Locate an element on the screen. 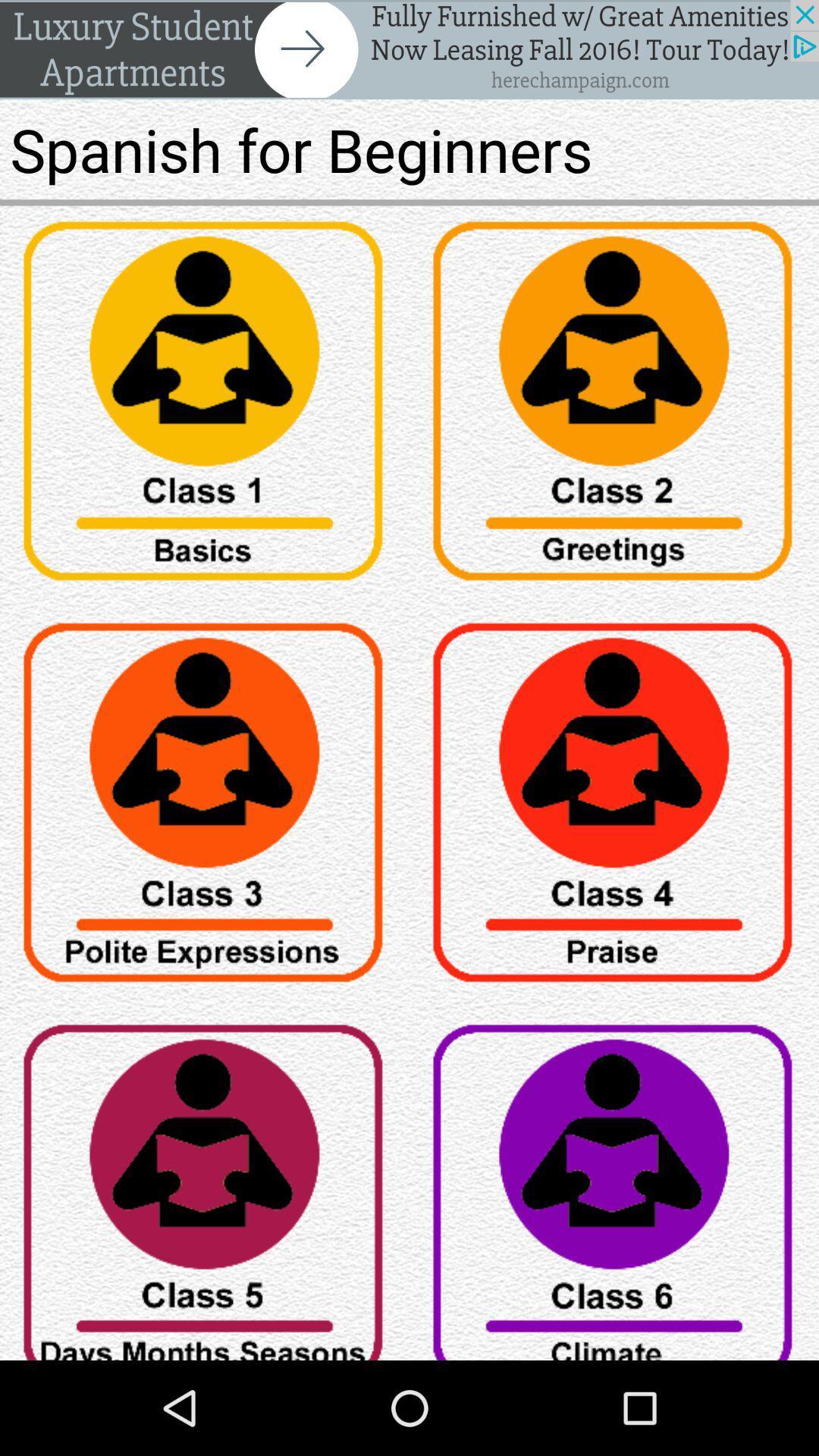 The width and height of the screenshot is (819, 1456). opens that part of the lesson is located at coordinates (614, 807).